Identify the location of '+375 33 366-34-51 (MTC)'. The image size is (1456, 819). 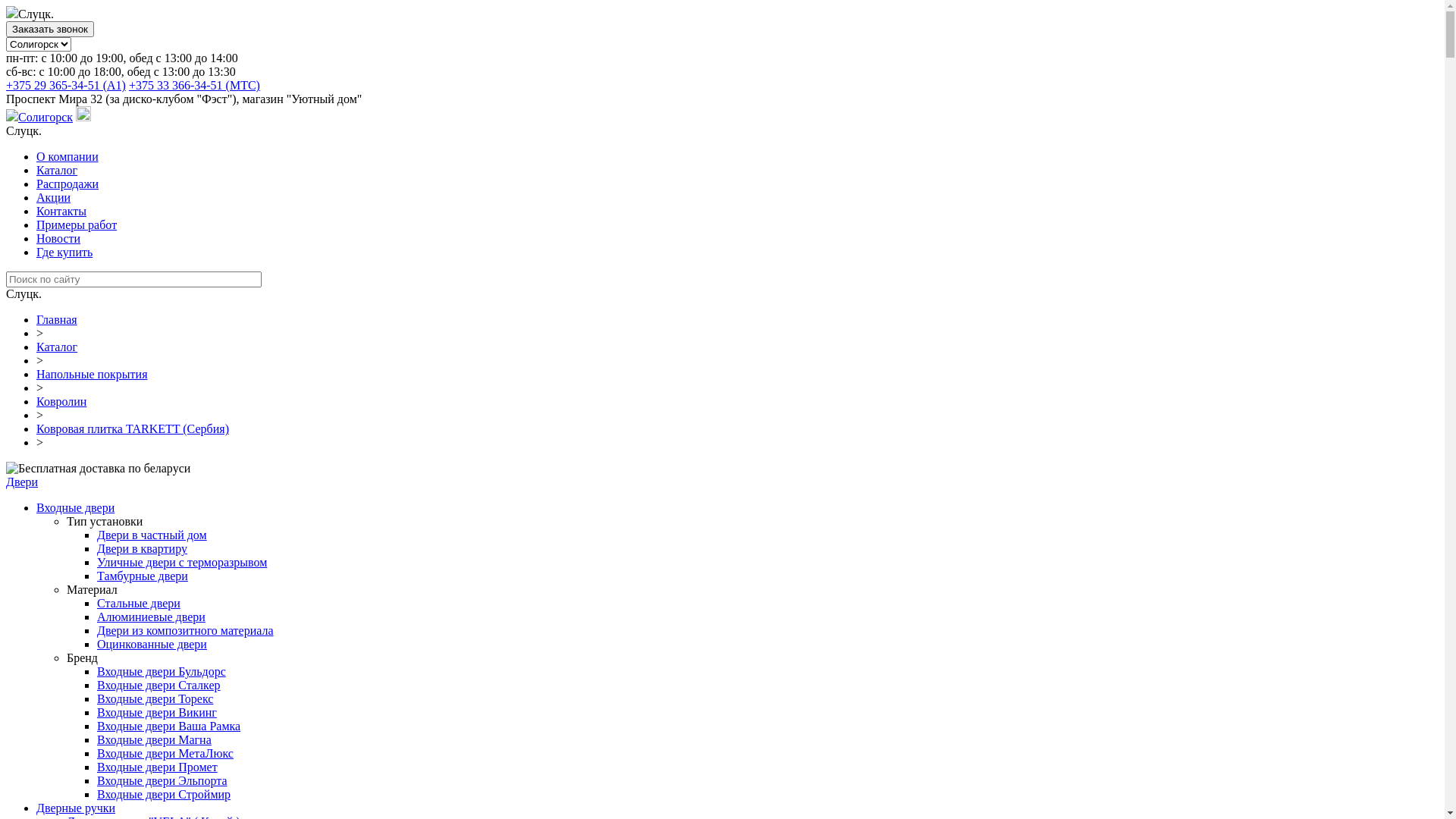
(193, 85).